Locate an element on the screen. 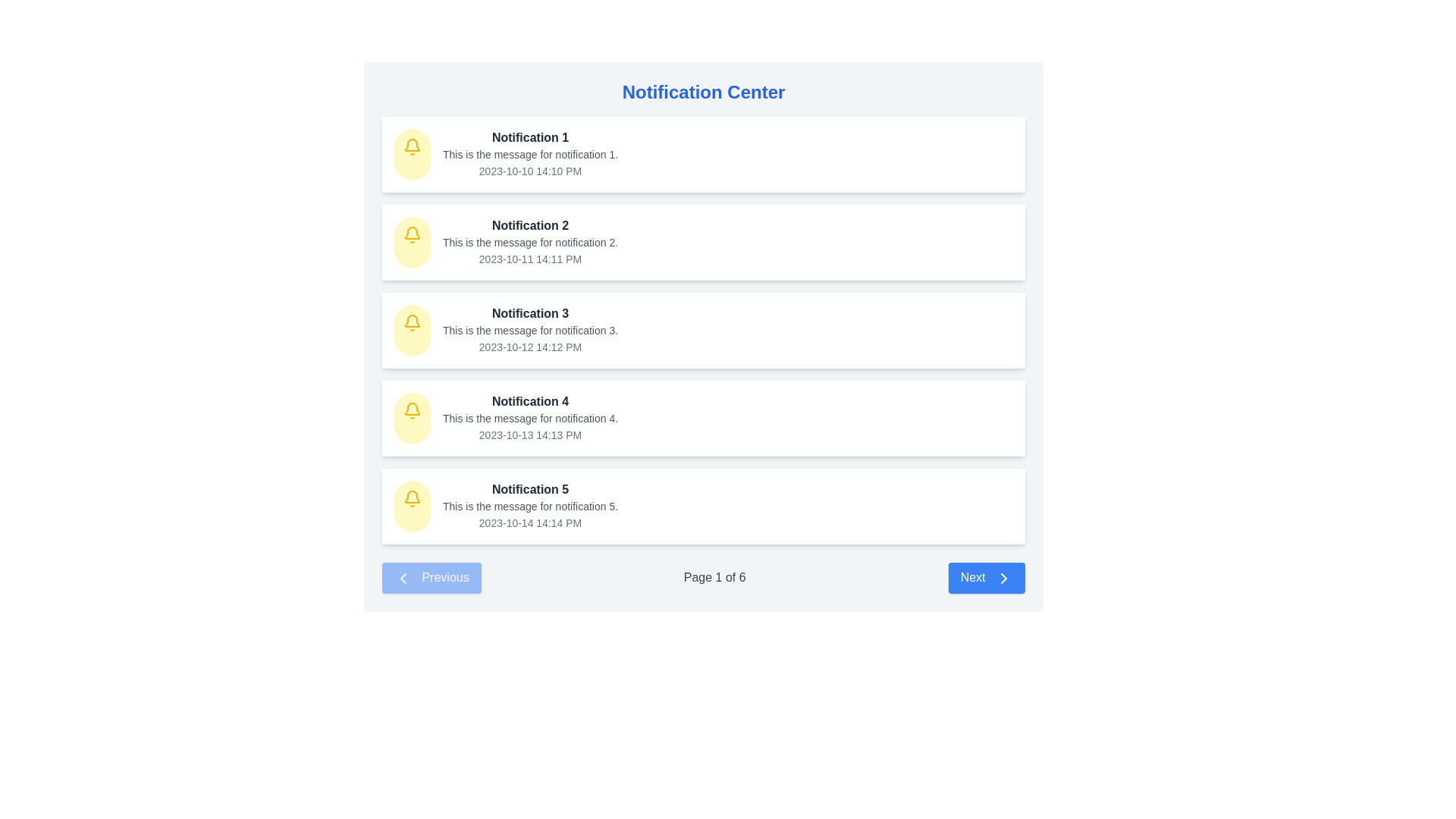  circular bell icon with a yellow background located at the leftmost portion of the Notification 1 card by using developer tools is located at coordinates (412, 155).